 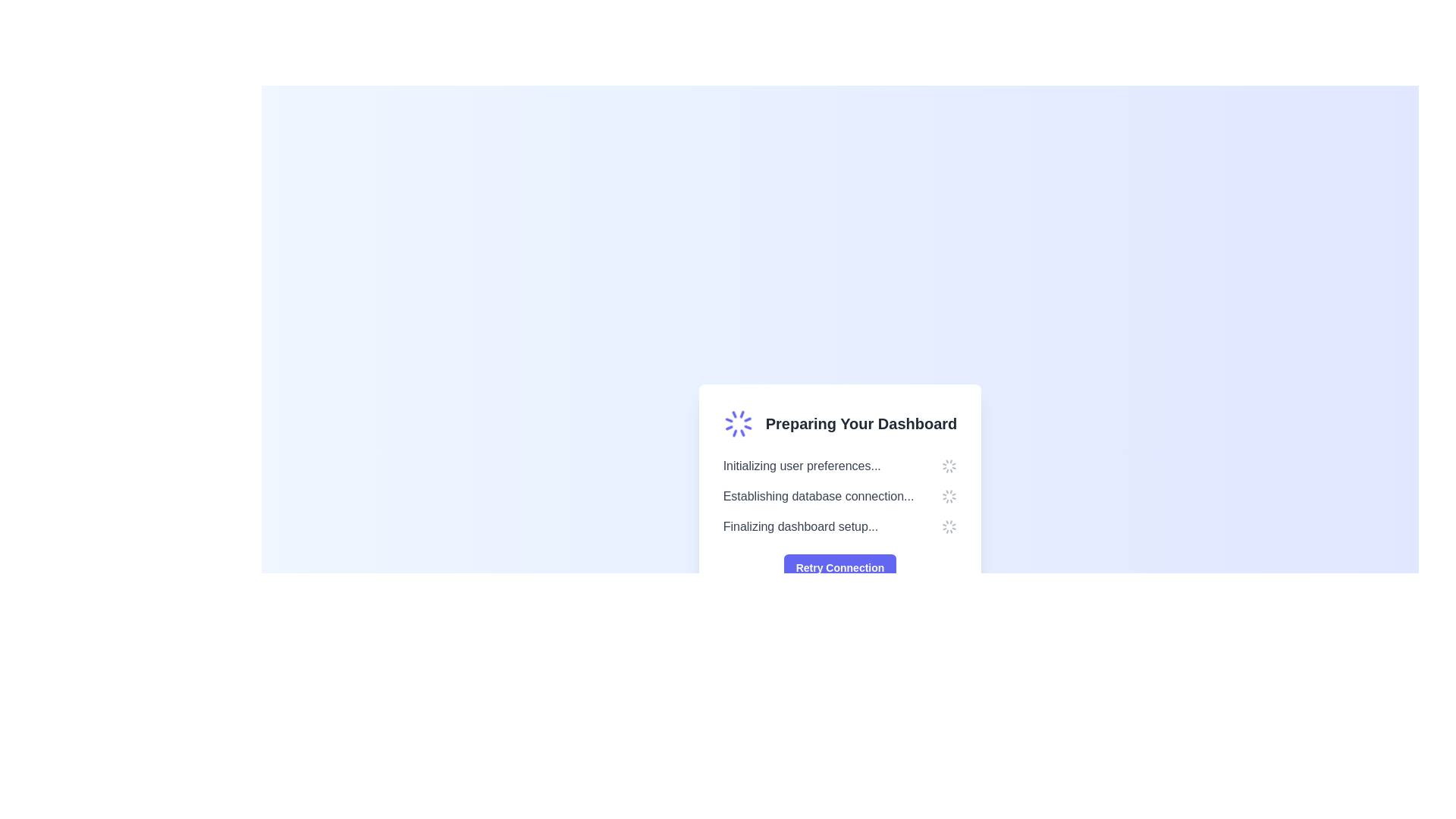 I want to click on text of the status label indicating the current process of establishing a connection to the database, which is the second item in the list under 'Preparing Your Dashboard', so click(x=817, y=497).